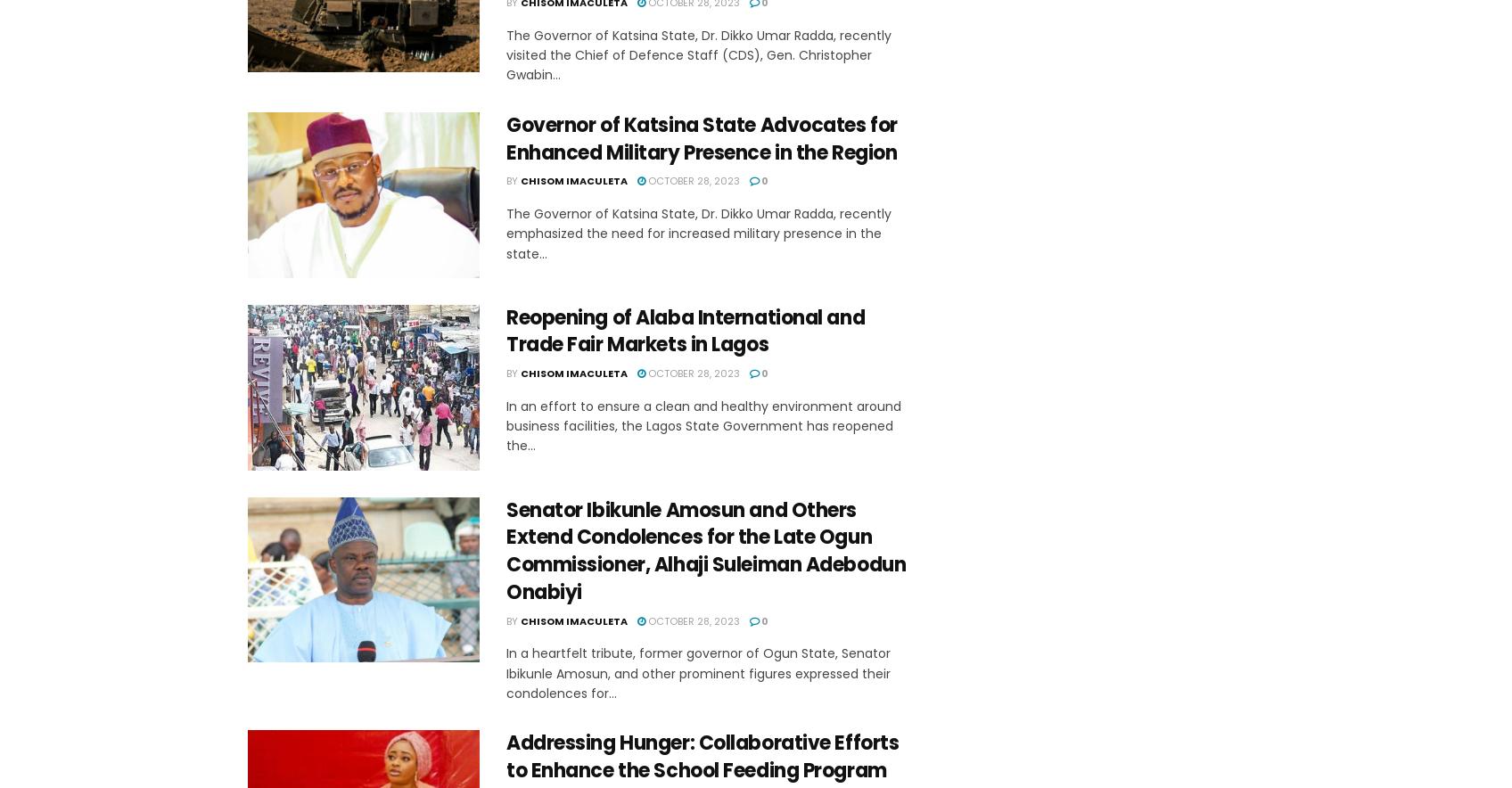 Image resolution: width=1512 pixels, height=788 pixels. What do you see at coordinates (685, 331) in the screenshot?
I see `'Reopening of Alaba International and Trade Fair Markets in Lagos'` at bounding box center [685, 331].